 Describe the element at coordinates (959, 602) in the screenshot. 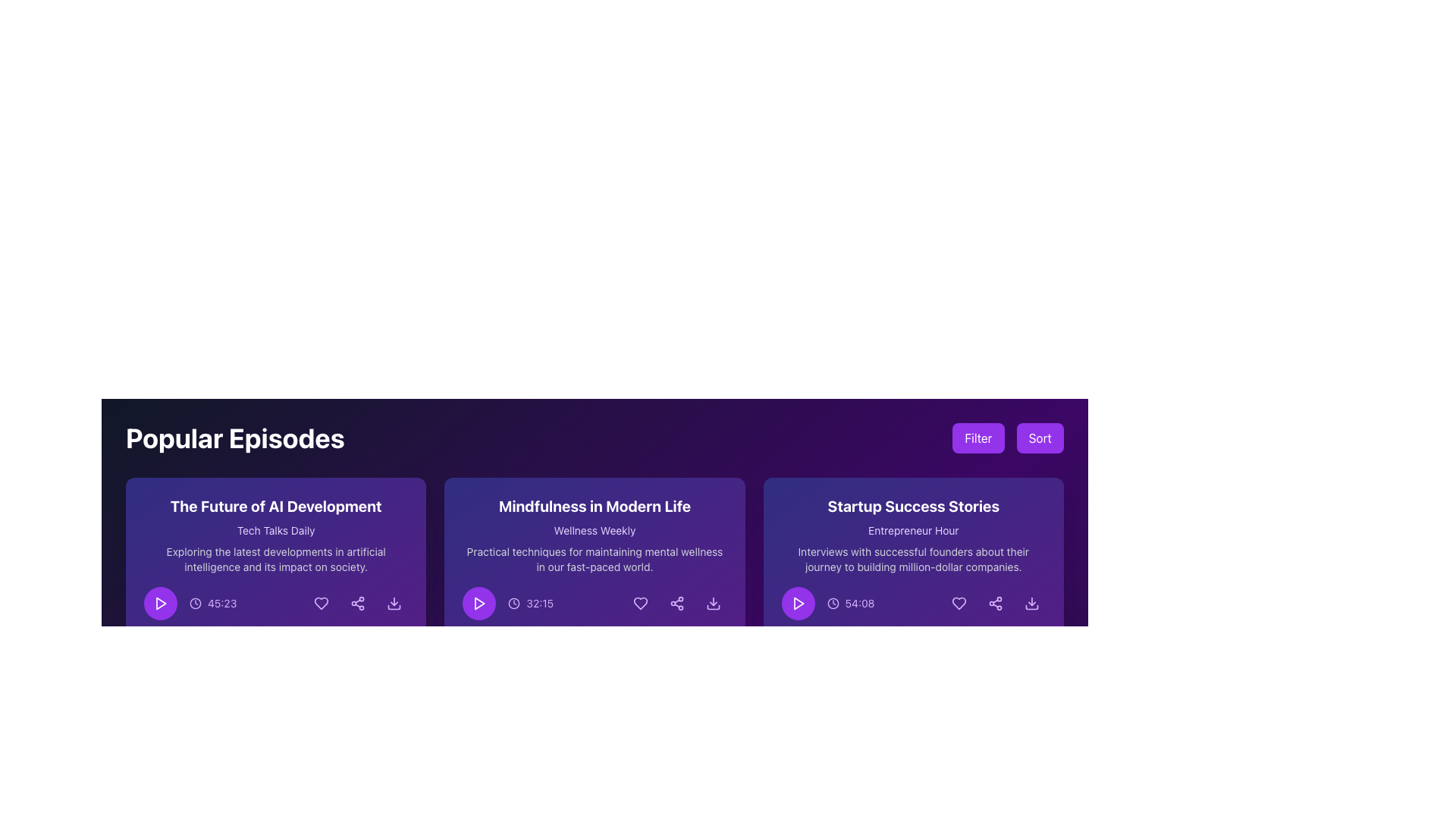

I see `the 'like' or 'favorite' button located in the lower-right corner of the 'Startup Success Stories' card to mark the content as a favorite` at that location.